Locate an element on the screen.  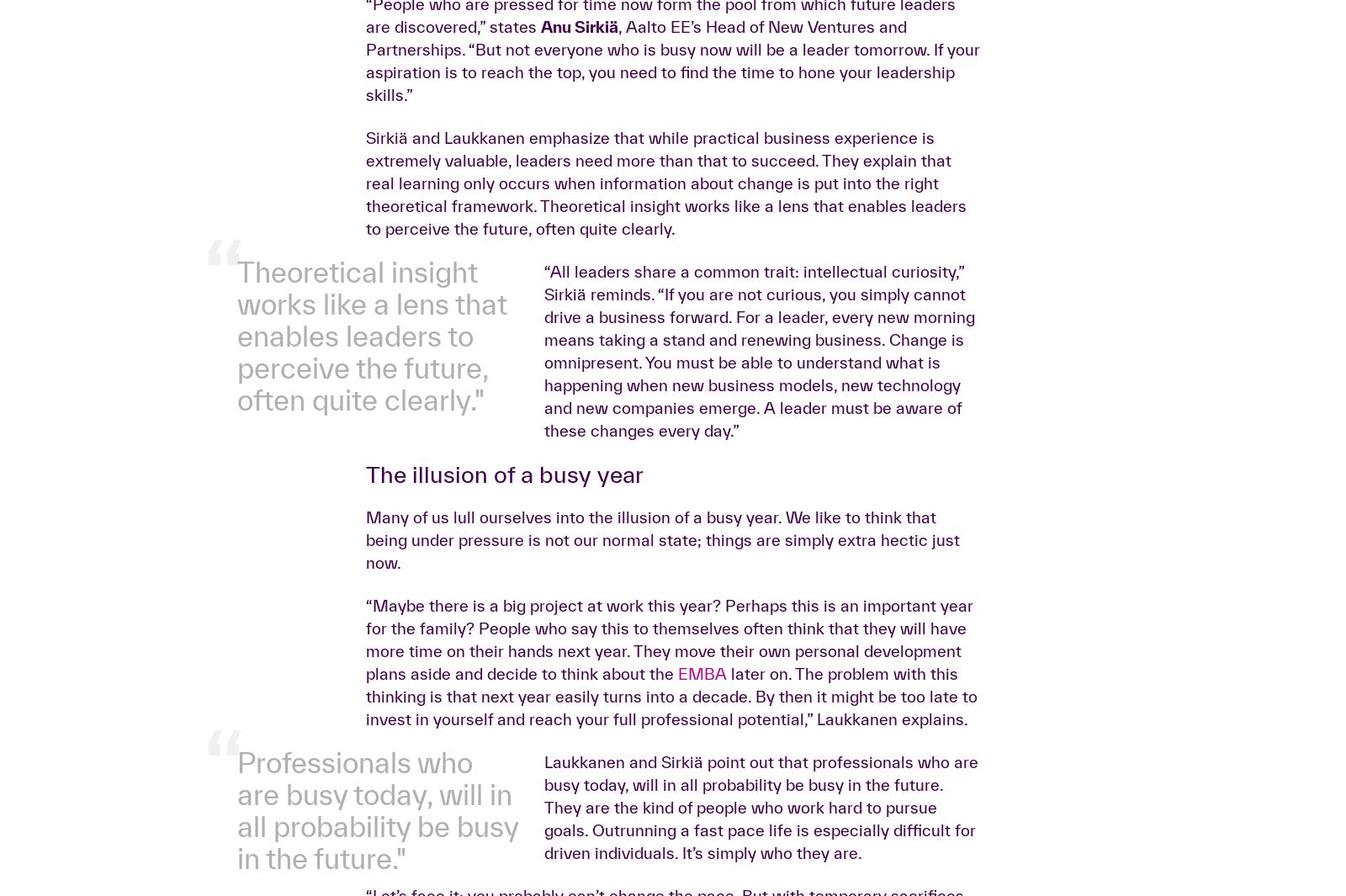
'Anu Sirkiä' is located at coordinates (579, 290).